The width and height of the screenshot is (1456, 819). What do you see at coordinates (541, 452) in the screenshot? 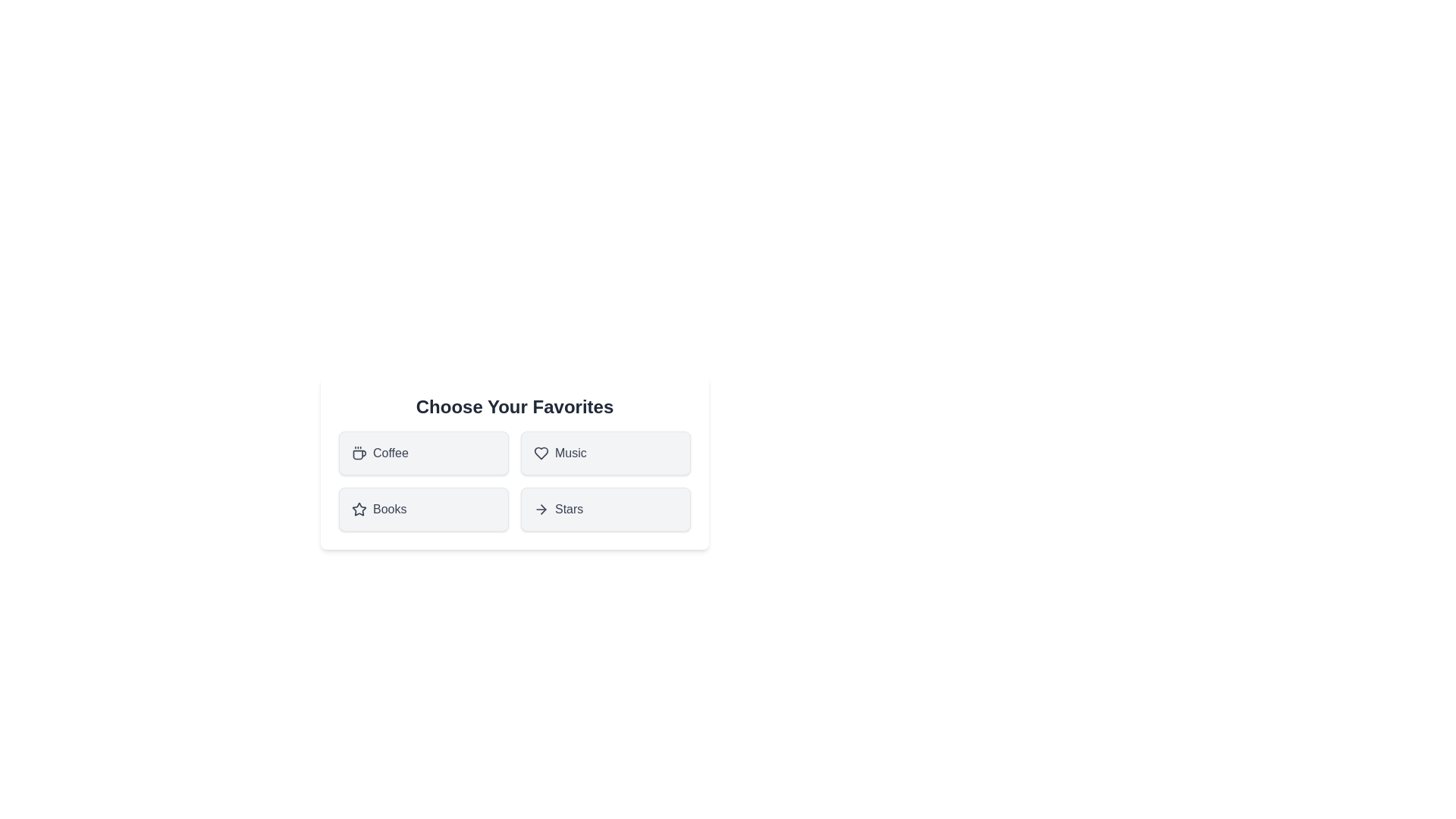
I see `the heart-shaped 'like' icon within the 'Music' button` at bounding box center [541, 452].